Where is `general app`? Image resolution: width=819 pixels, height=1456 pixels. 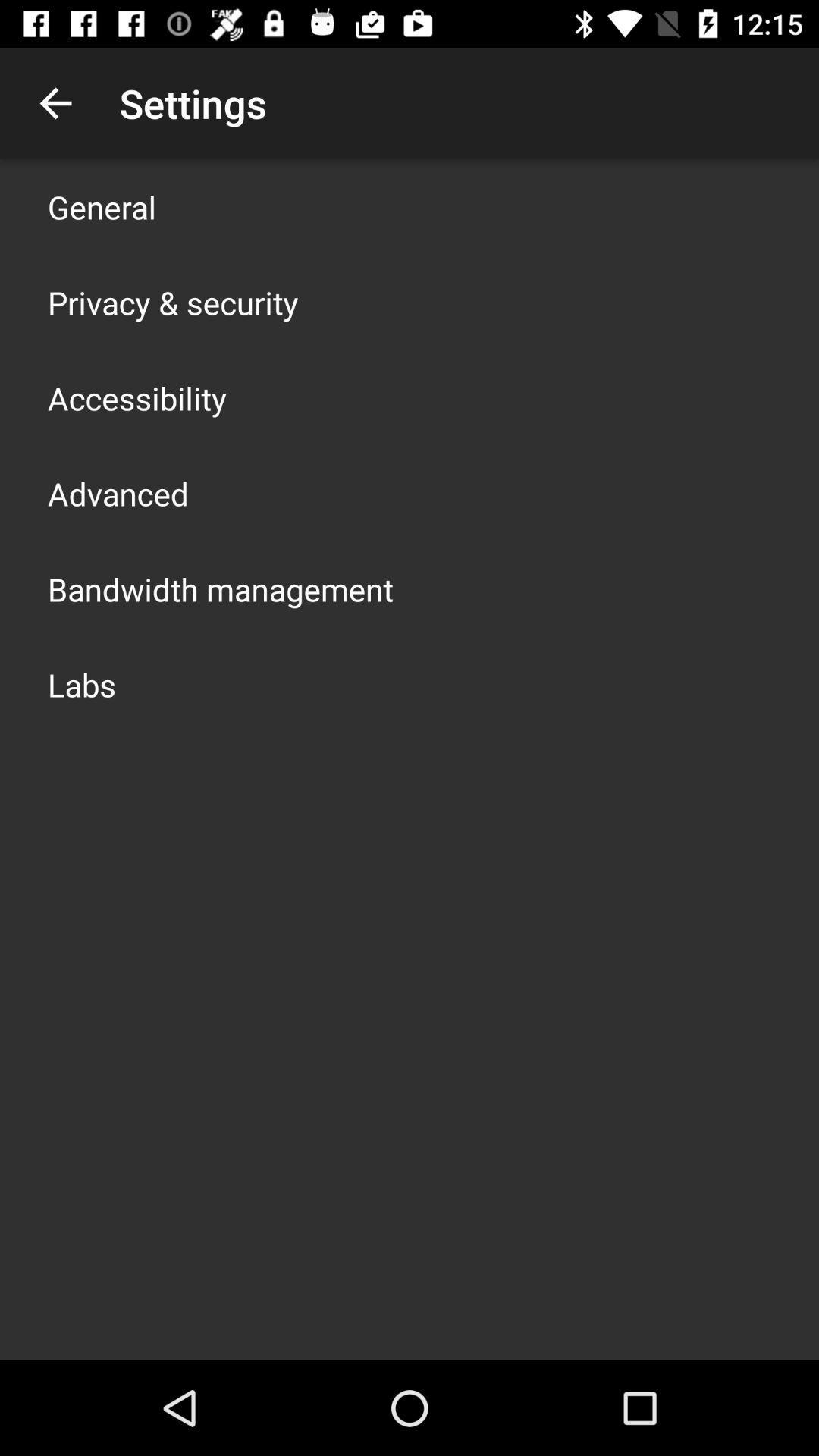 general app is located at coordinates (102, 206).